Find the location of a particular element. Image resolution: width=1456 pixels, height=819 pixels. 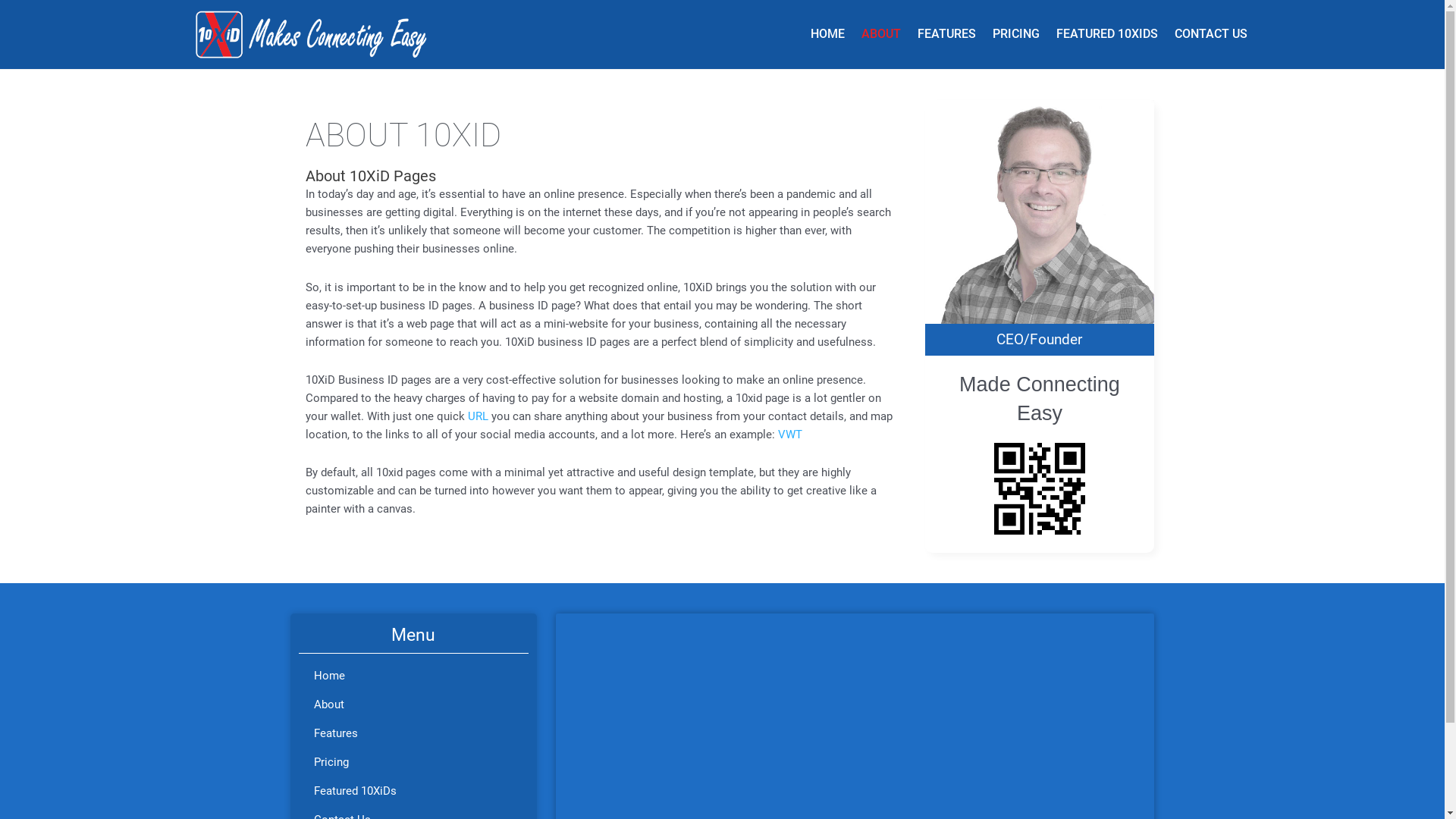

'URL' is located at coordinates (466, 416).